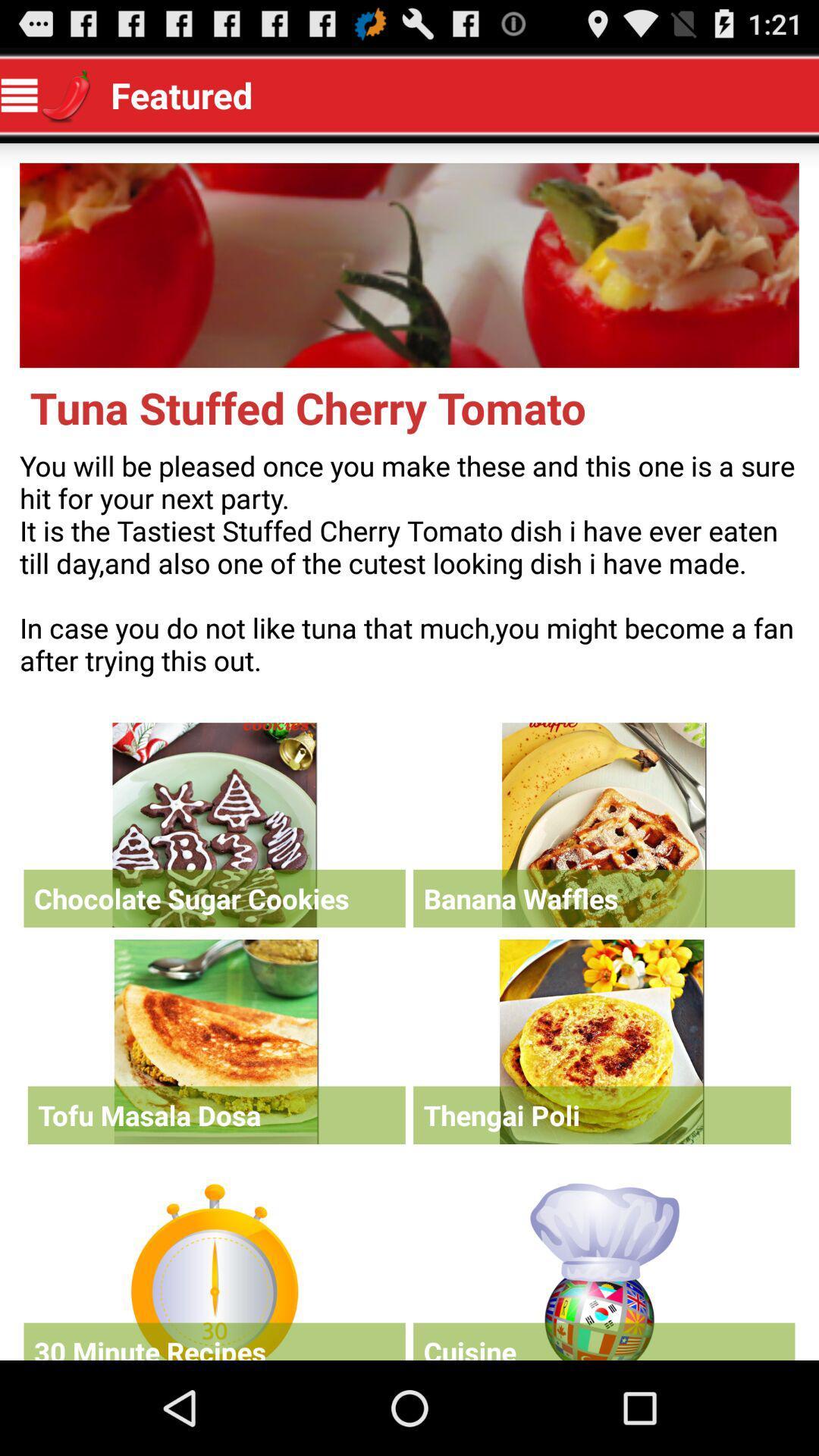  What do you see at coordinates (409, 265) in the screenshot?
I see `examine picture` at bounding box center [409, 265].